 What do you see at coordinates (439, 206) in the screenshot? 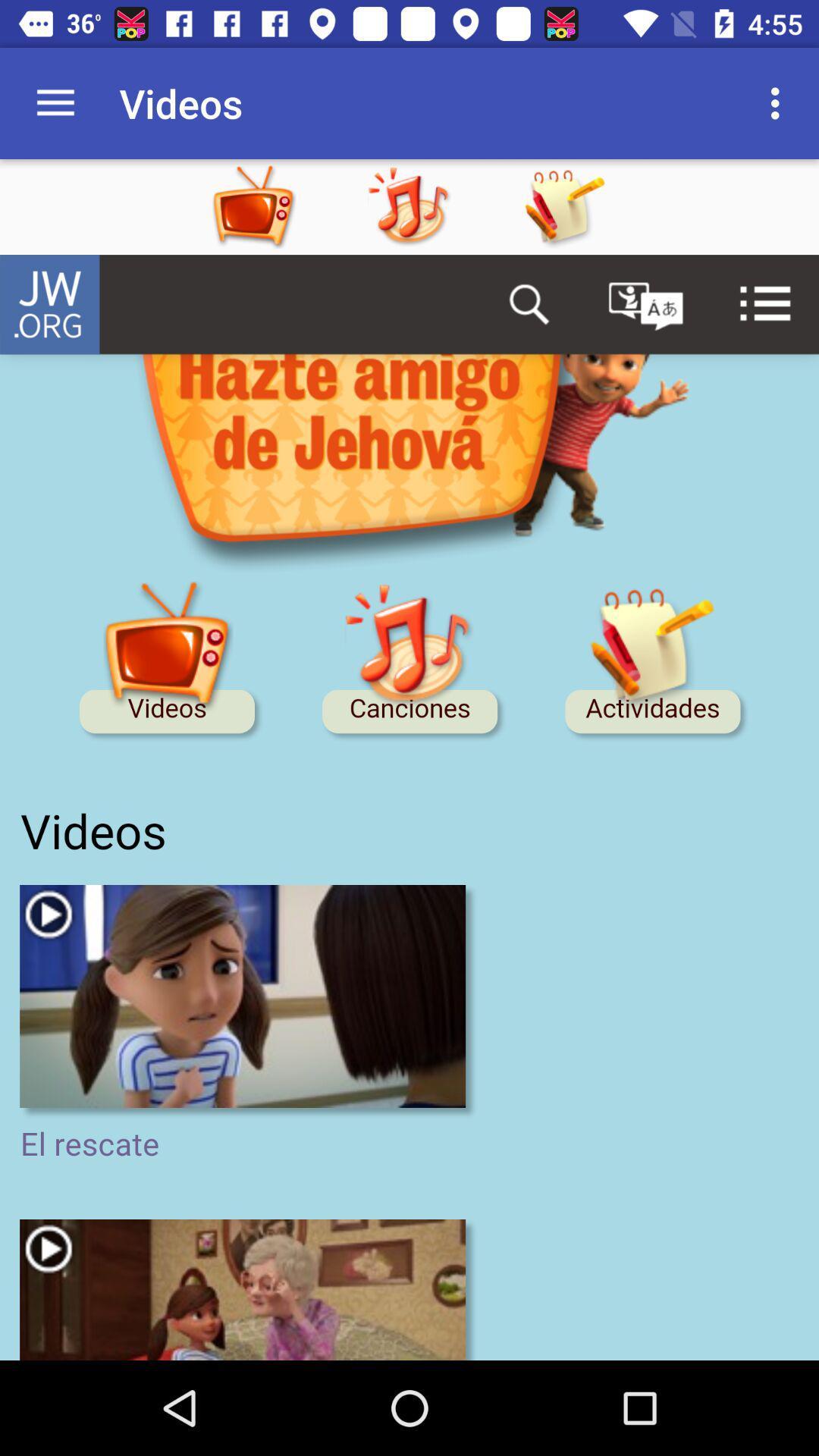
I see `the app option` at bounding box center [439, 206].